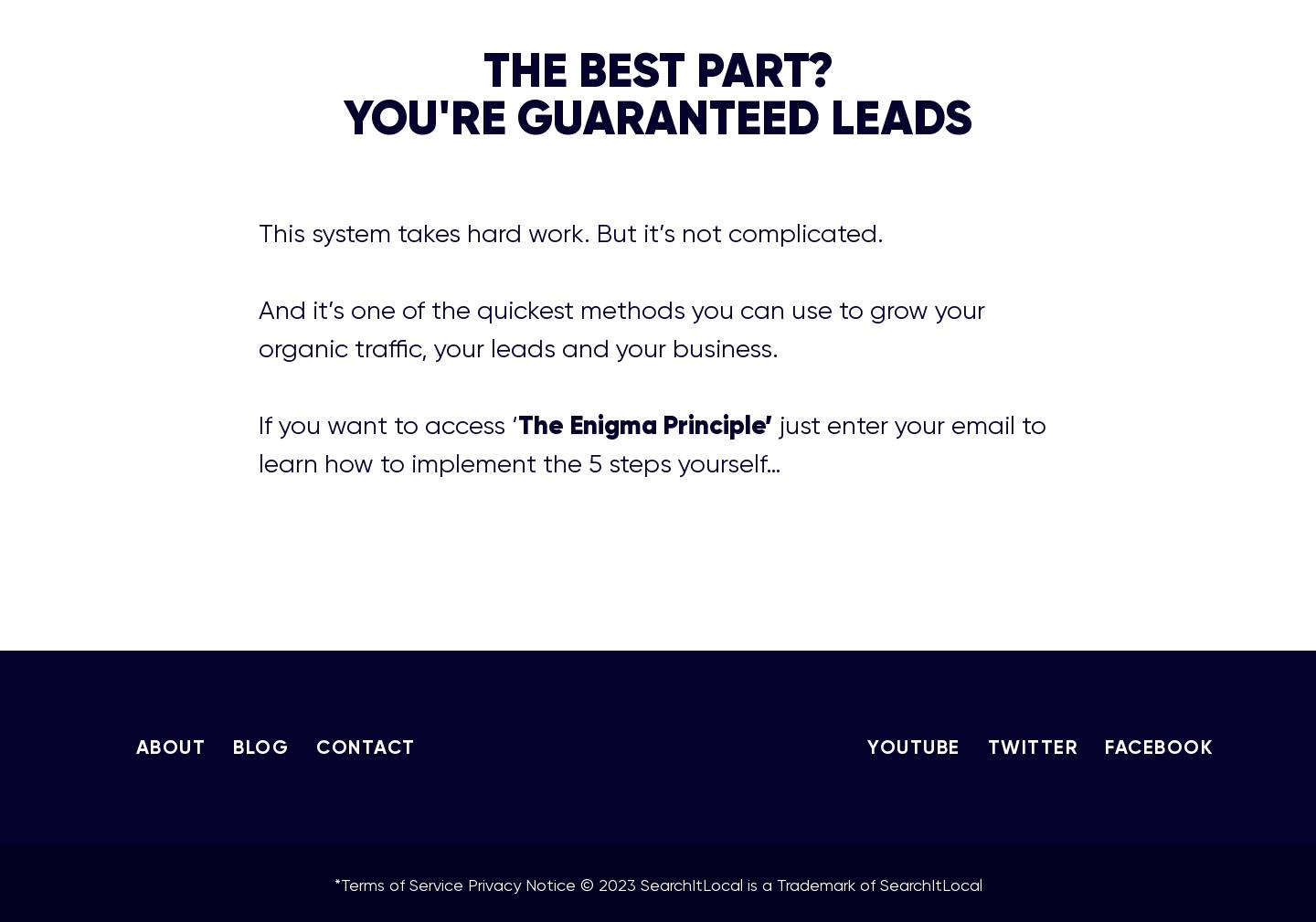 The height and width of the screenshot is (922, 1316). I want to click on 'Privacy Notice', so click(520, 884).